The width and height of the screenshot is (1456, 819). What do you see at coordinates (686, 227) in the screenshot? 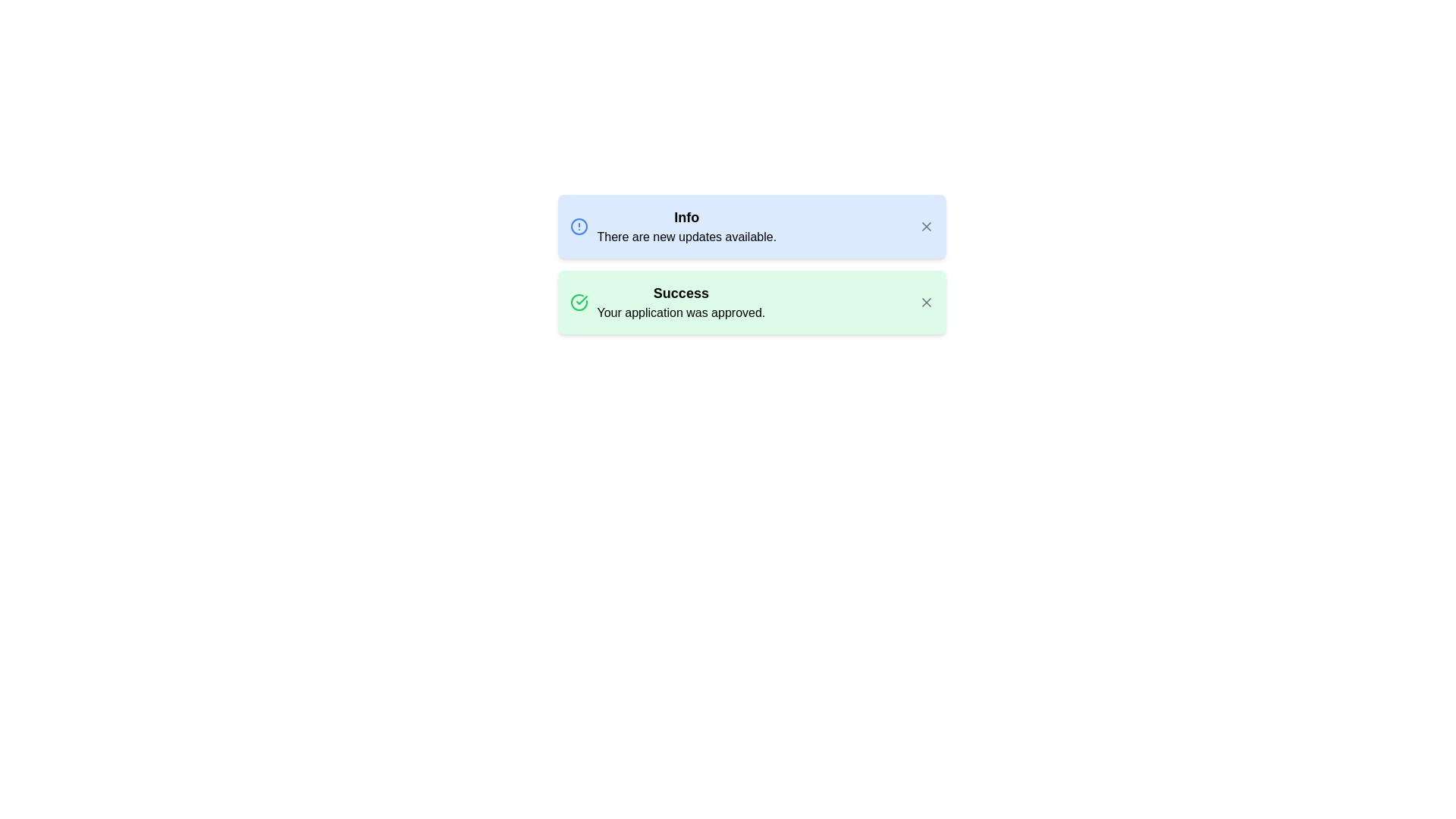
I see `notification content displayed in the label, which includes 'Info' in bold and 'There are new updates available.' below it` at bounding box center [686, 227].